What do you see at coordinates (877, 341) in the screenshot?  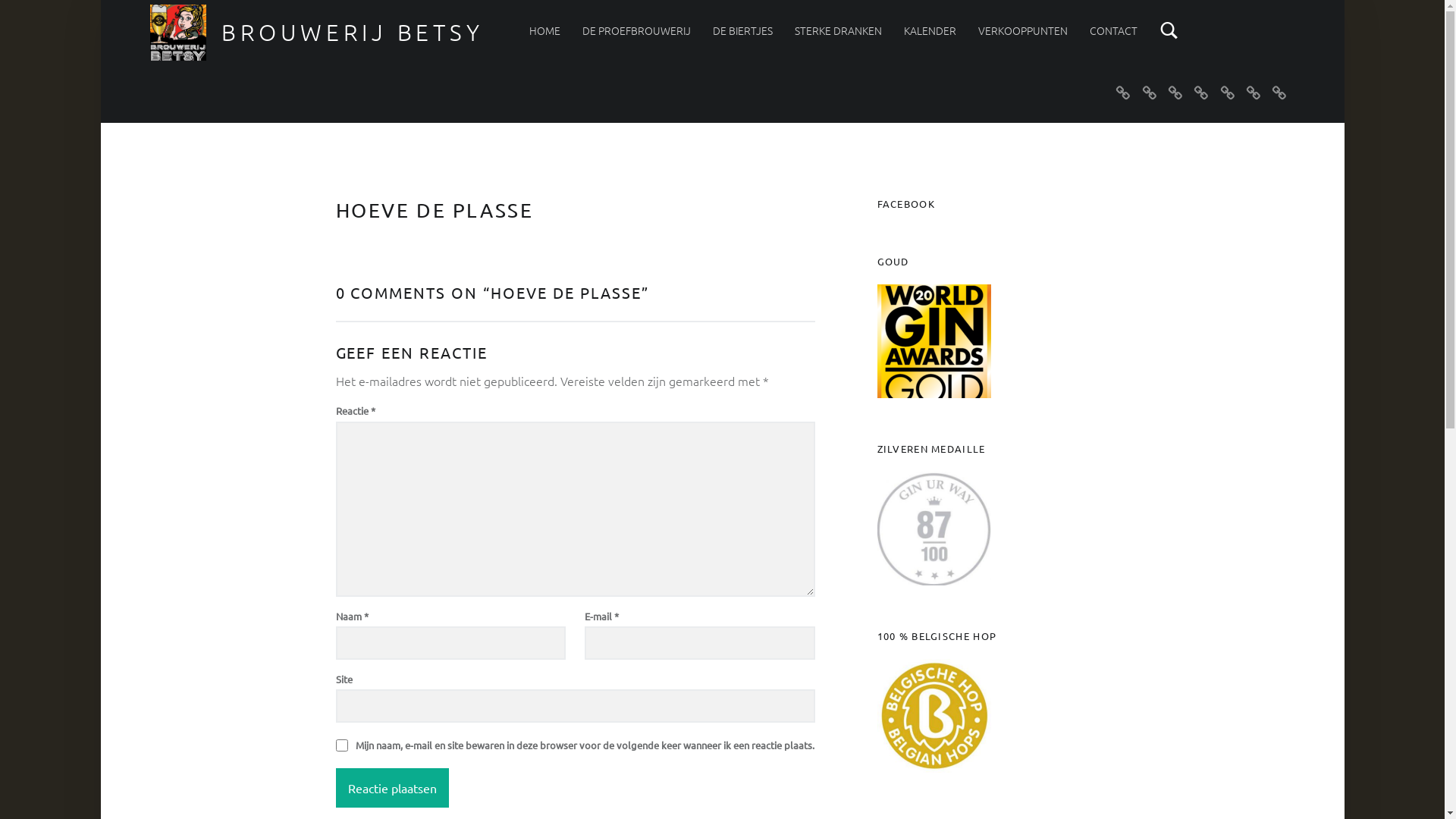 I see `'Goud'` at bounding box center [877, 341].